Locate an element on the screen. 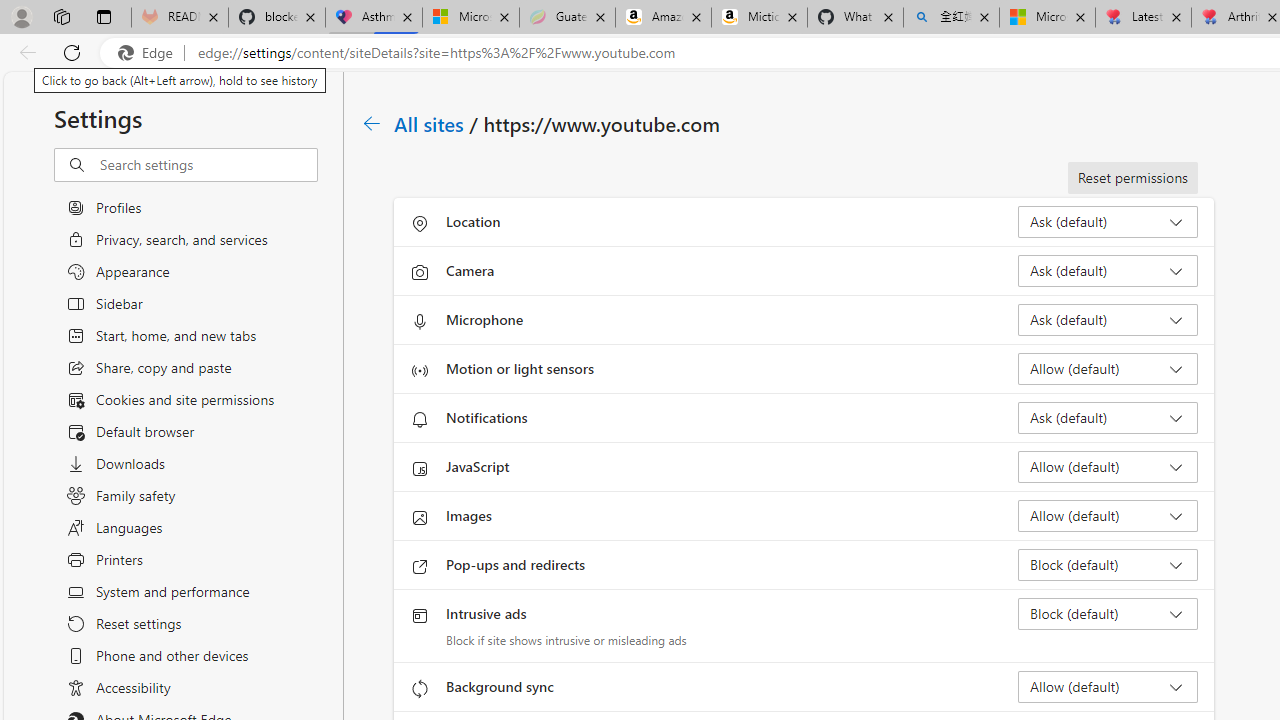 The height and width of the screenshot is (720, 1280). 'Go back to All sites page.' is located at coordinates (372, 123).